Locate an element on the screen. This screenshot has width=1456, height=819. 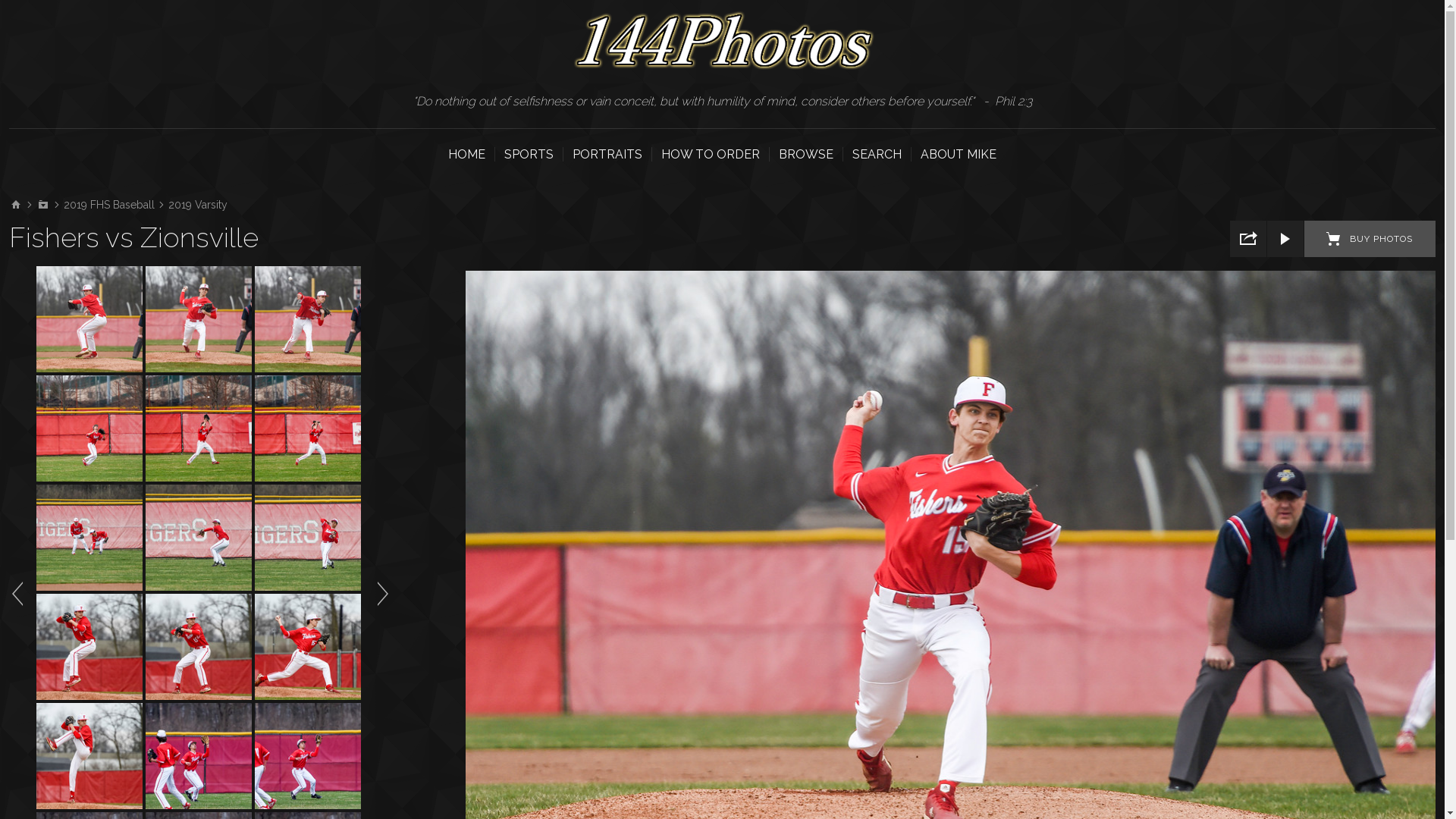
'SEARCH' is located at coordinates (877, 154).